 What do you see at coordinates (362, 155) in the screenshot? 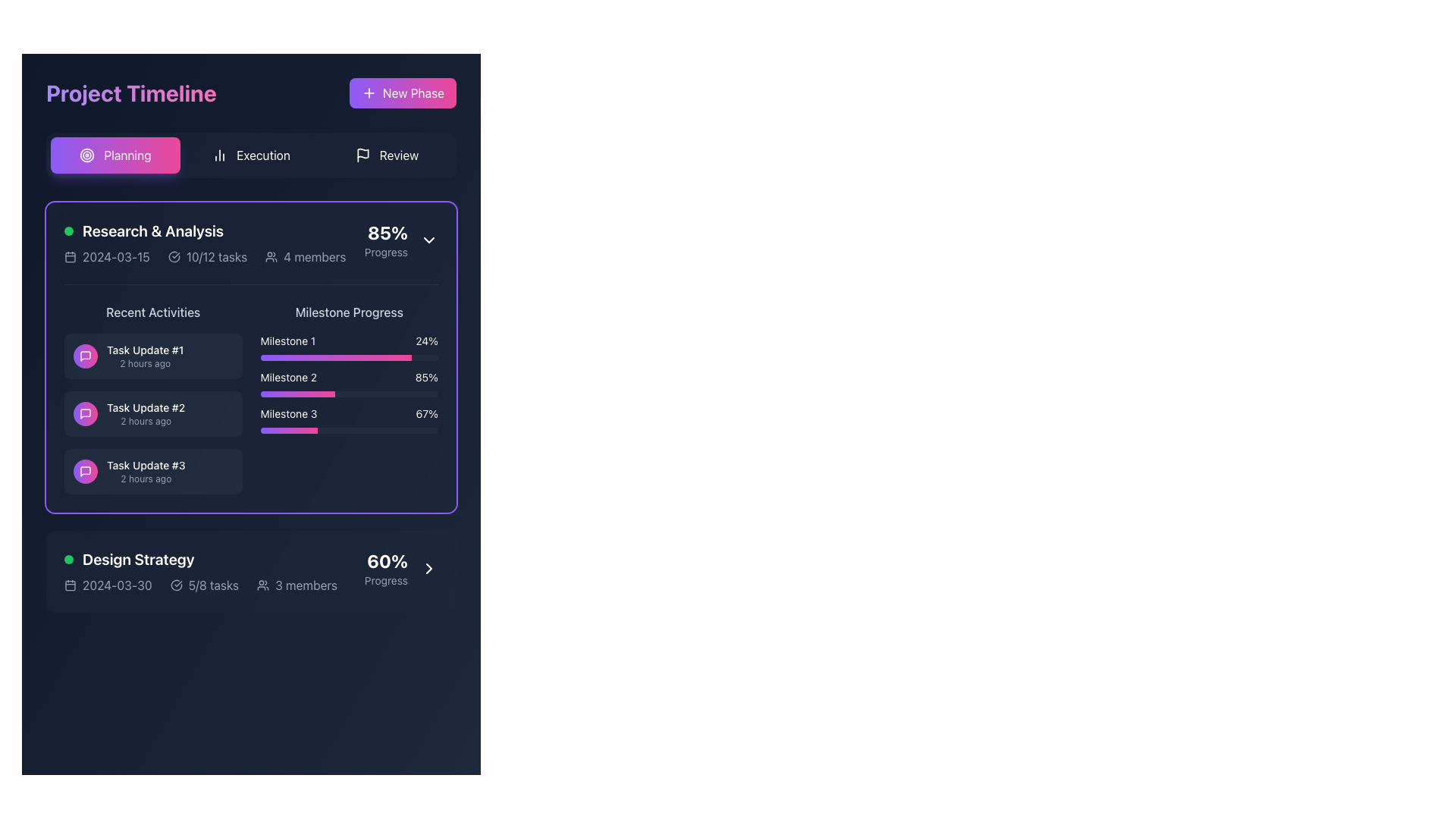
I see `the 'Review' section icon located in the top navigation bar` at bounding box center [362, 155].